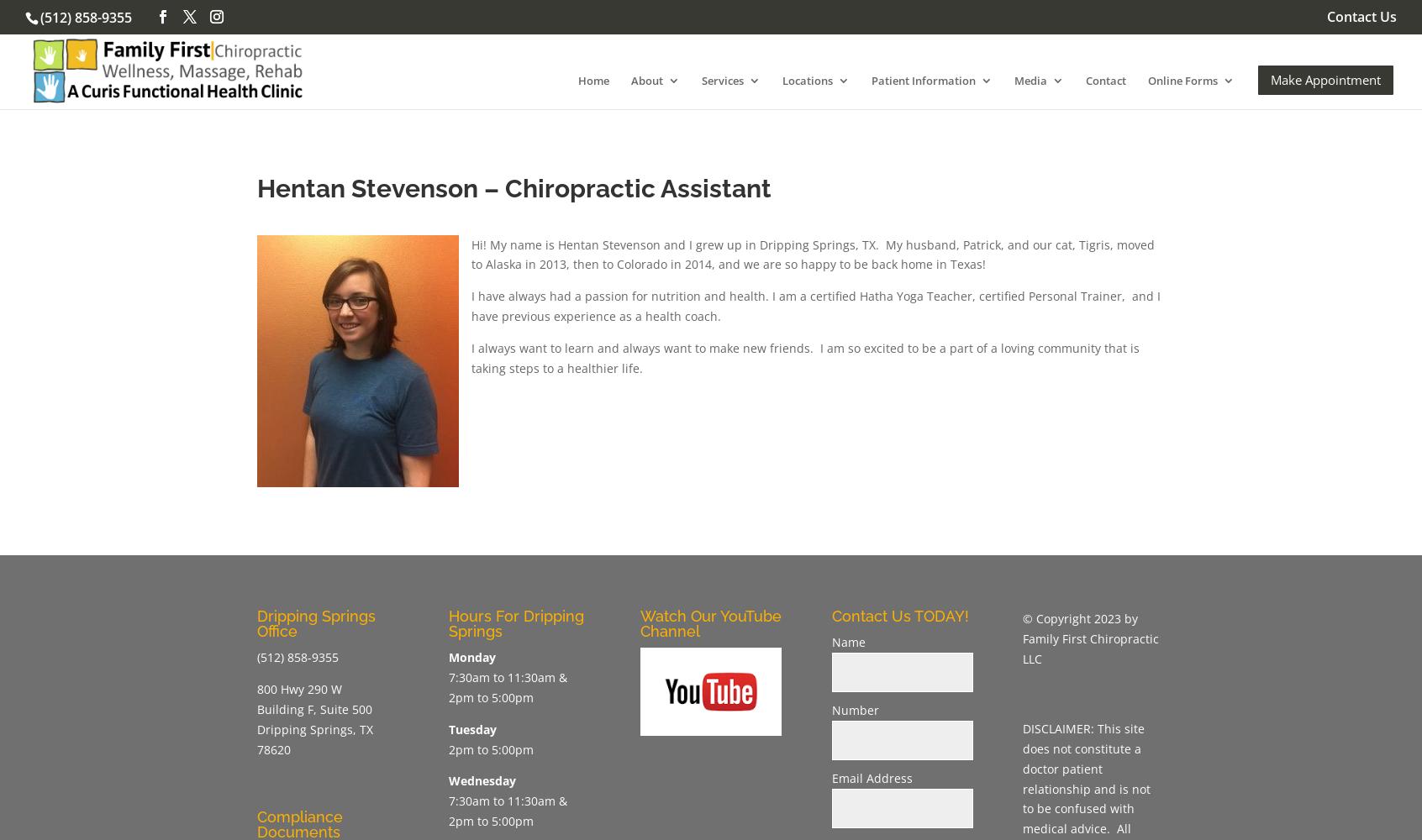 Image resolution: width=1422 pixels, height=840 pixels. Describe the element at coordinates (770, 281) in the screenshot. I see `'Digital X-rays'` at that location.